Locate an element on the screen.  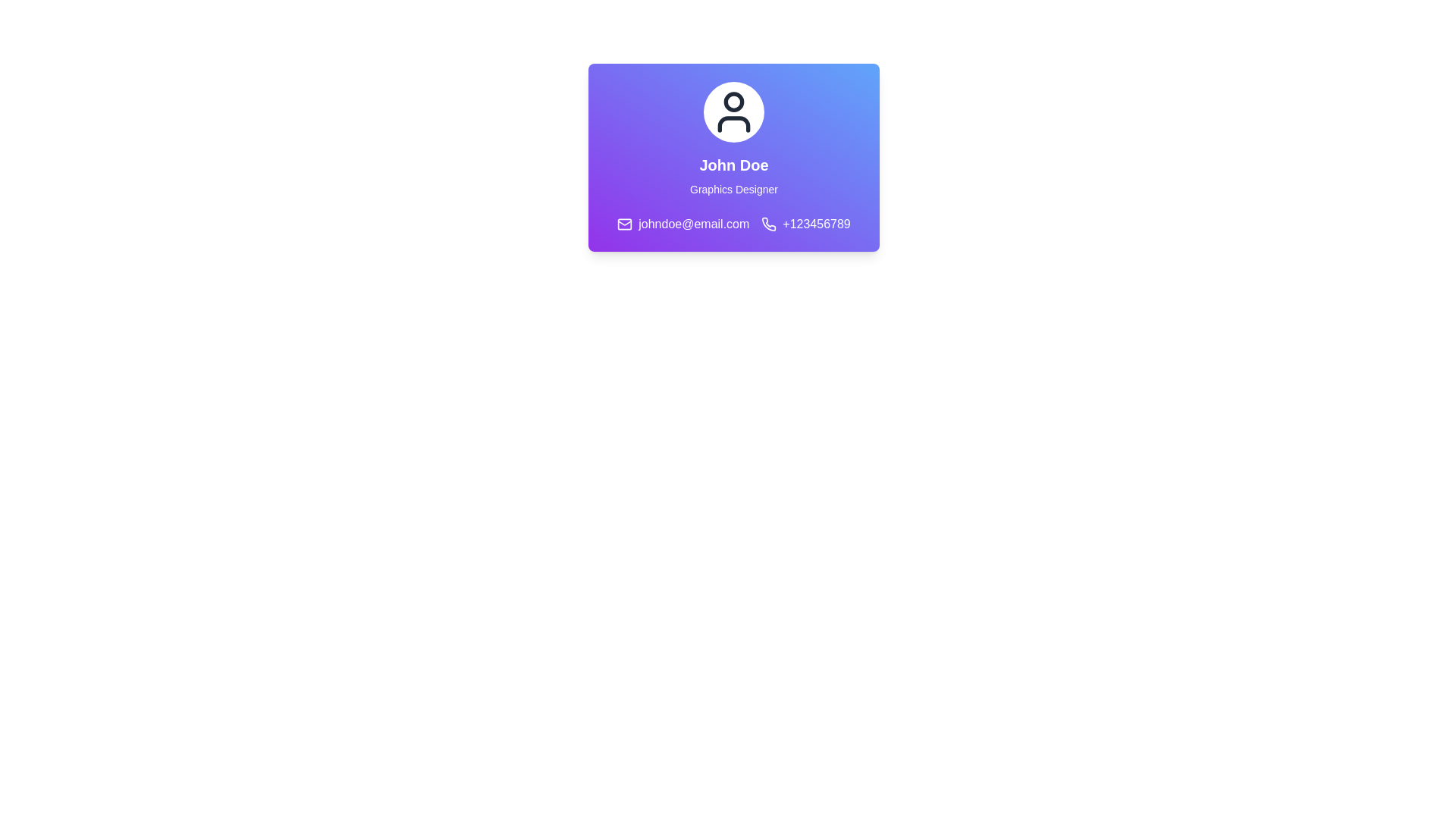
the text label displaying the user's email address, which is located to the left of the phone number '+123456789' in the middle section of the card UI is located at coordinates (682, 224).